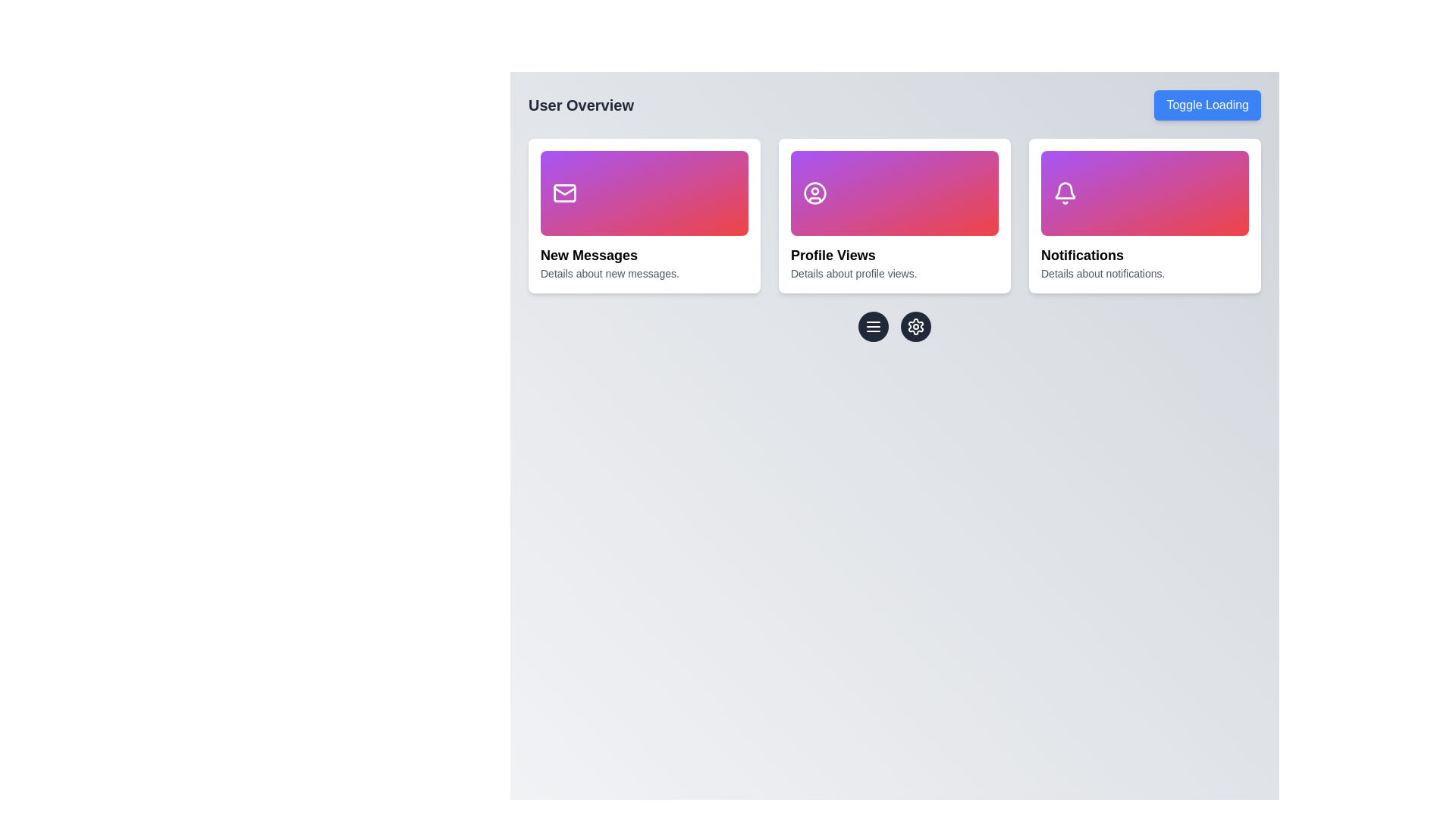 Image resolution: width=1456 pixels, height=819 pixels. I want to click on the informational text label located below the 'Notifications' title within the rightmost card of the row, so click(1103, 274).